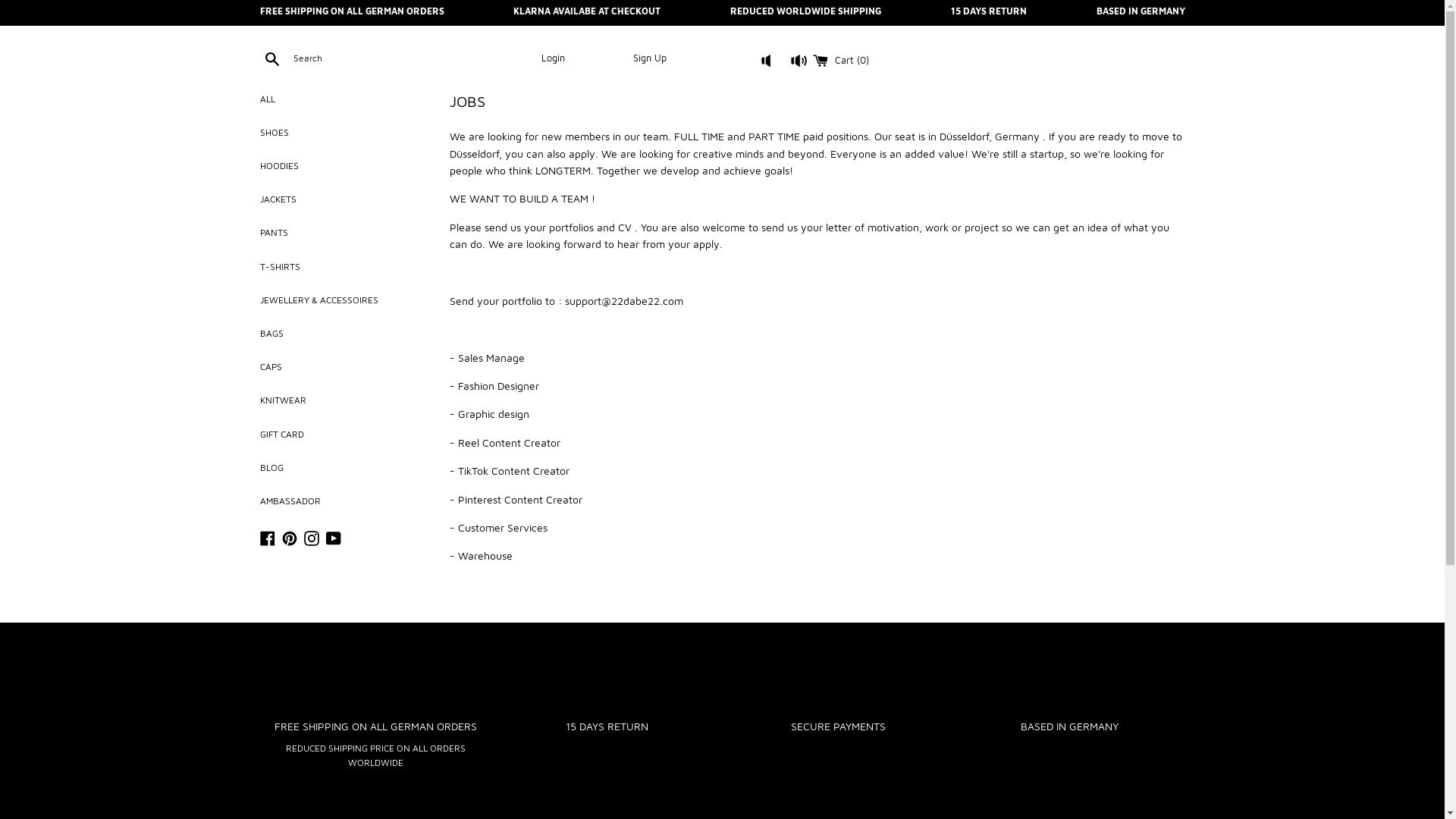  I want to click on 'JEWELLERY & ACCESSOIRES', so click(341, 300).